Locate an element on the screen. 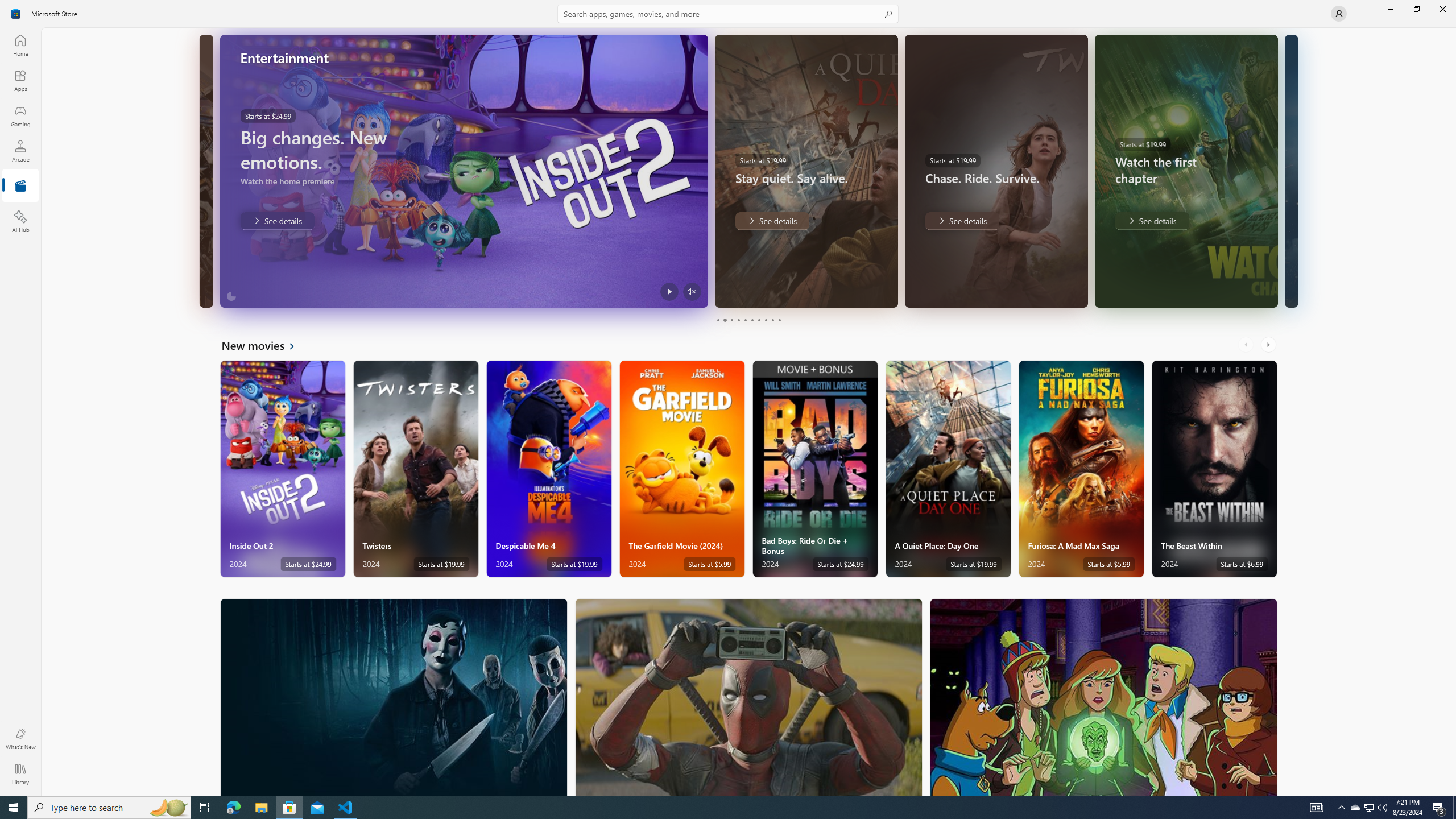 The width and height of the screenshot is (1456, 819). 'AutomationID: RightScrollButton' is located at coordinates (1269, 344).